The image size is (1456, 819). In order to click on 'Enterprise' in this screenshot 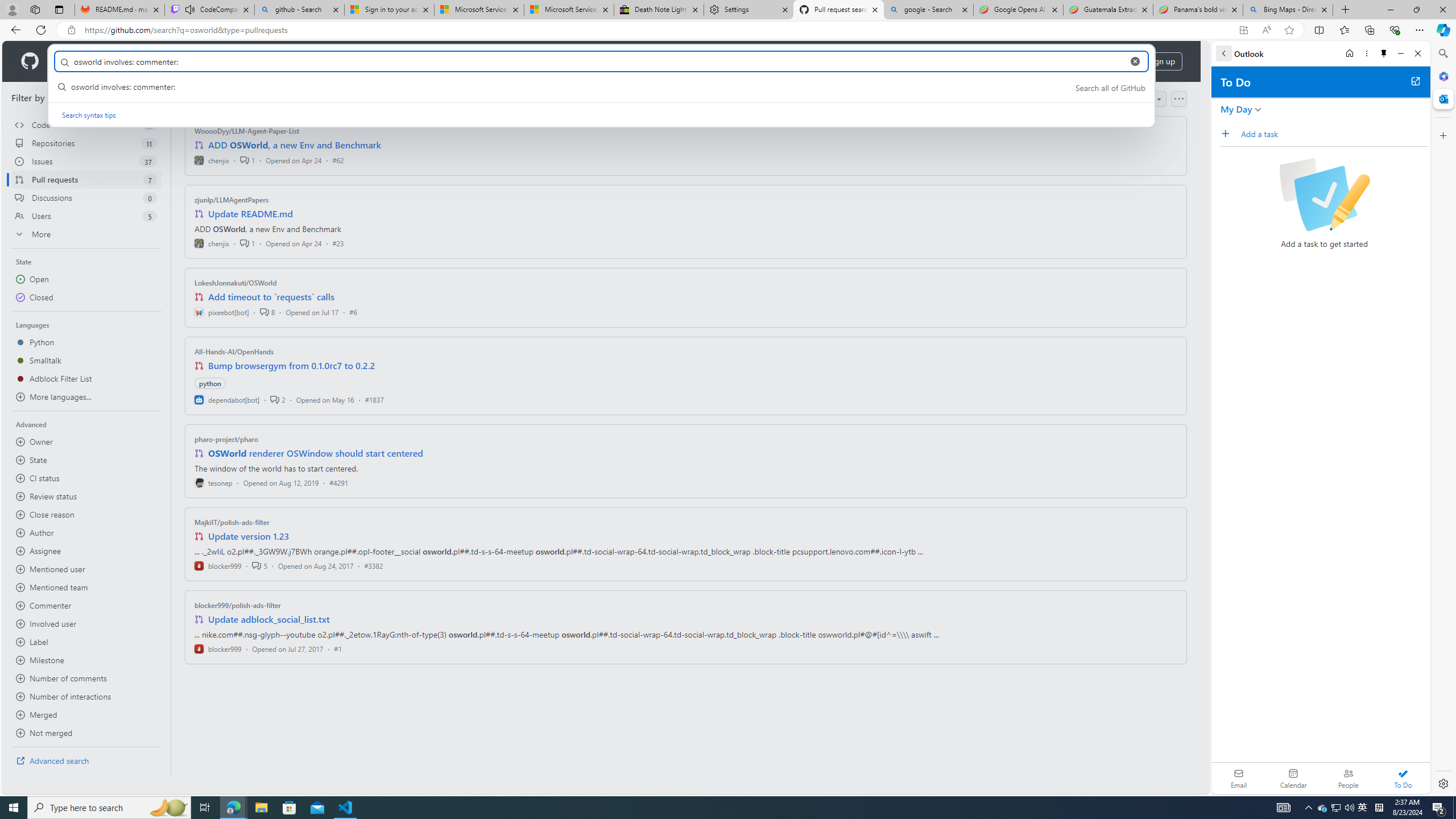, I will do `click(320, 61)`.